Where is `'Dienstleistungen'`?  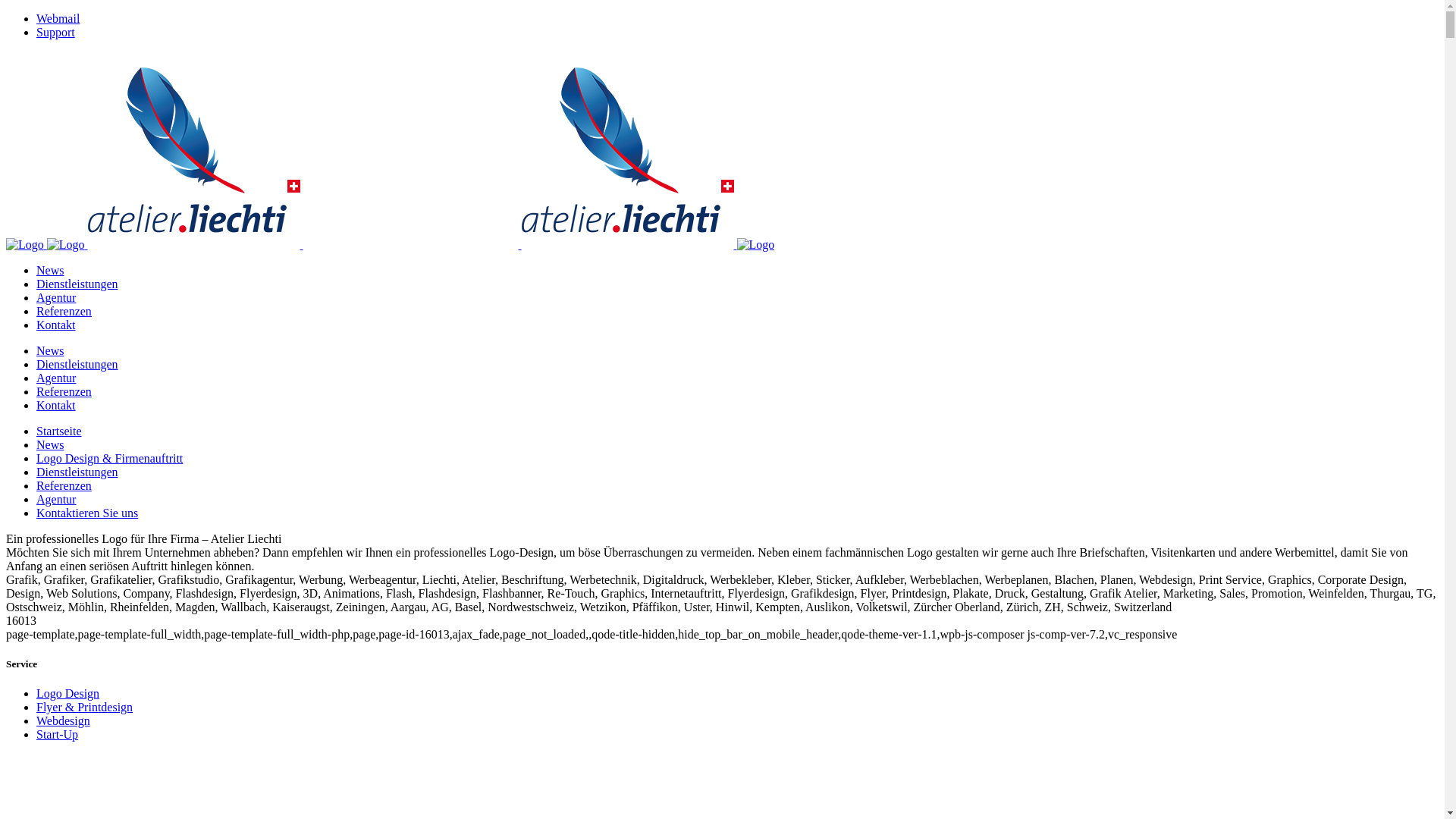 'Dienstleistungen' is located at coordinates (76, 284).